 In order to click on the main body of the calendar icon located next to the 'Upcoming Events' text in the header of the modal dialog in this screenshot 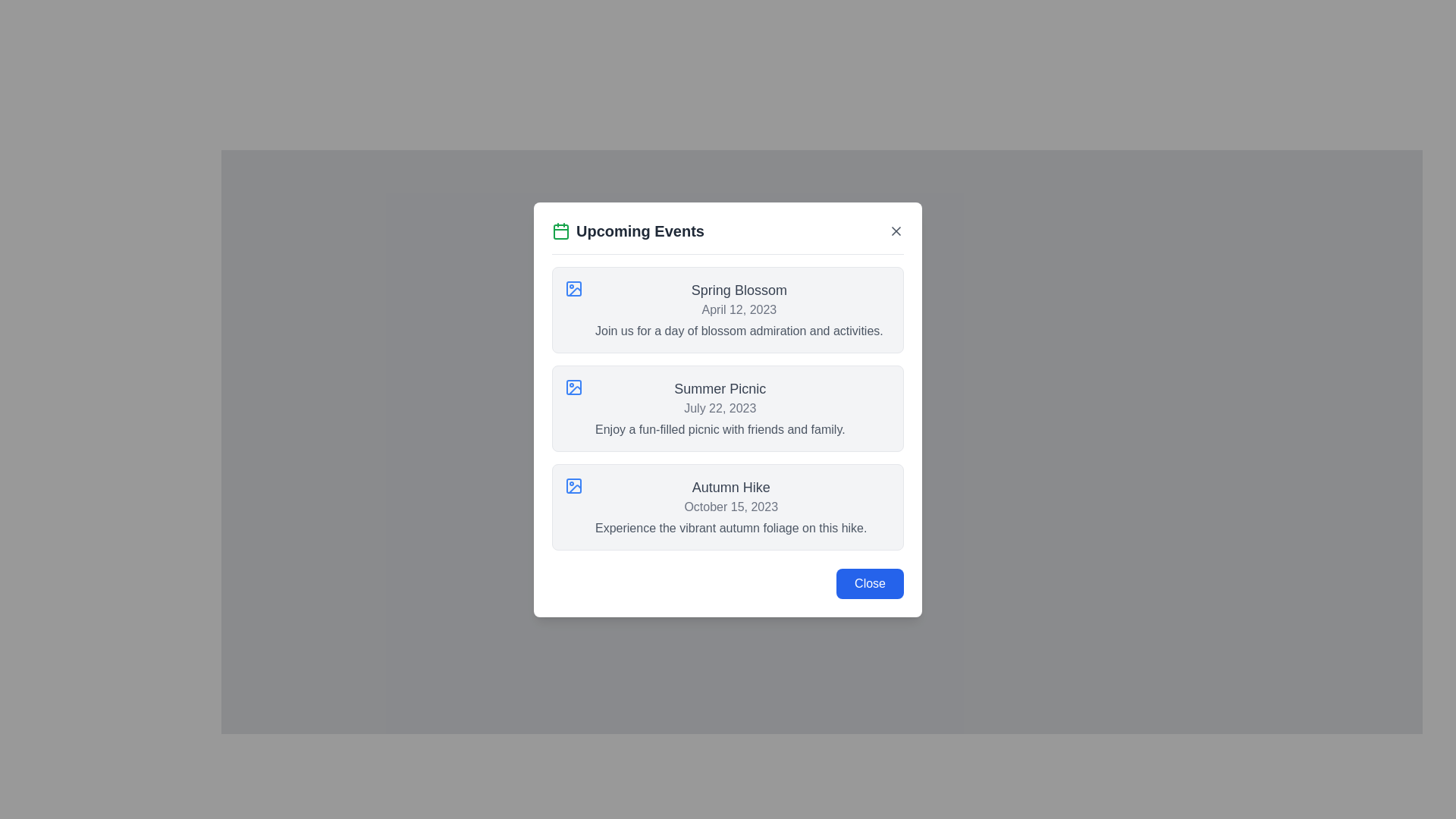, I will do `click(560, 231)`.